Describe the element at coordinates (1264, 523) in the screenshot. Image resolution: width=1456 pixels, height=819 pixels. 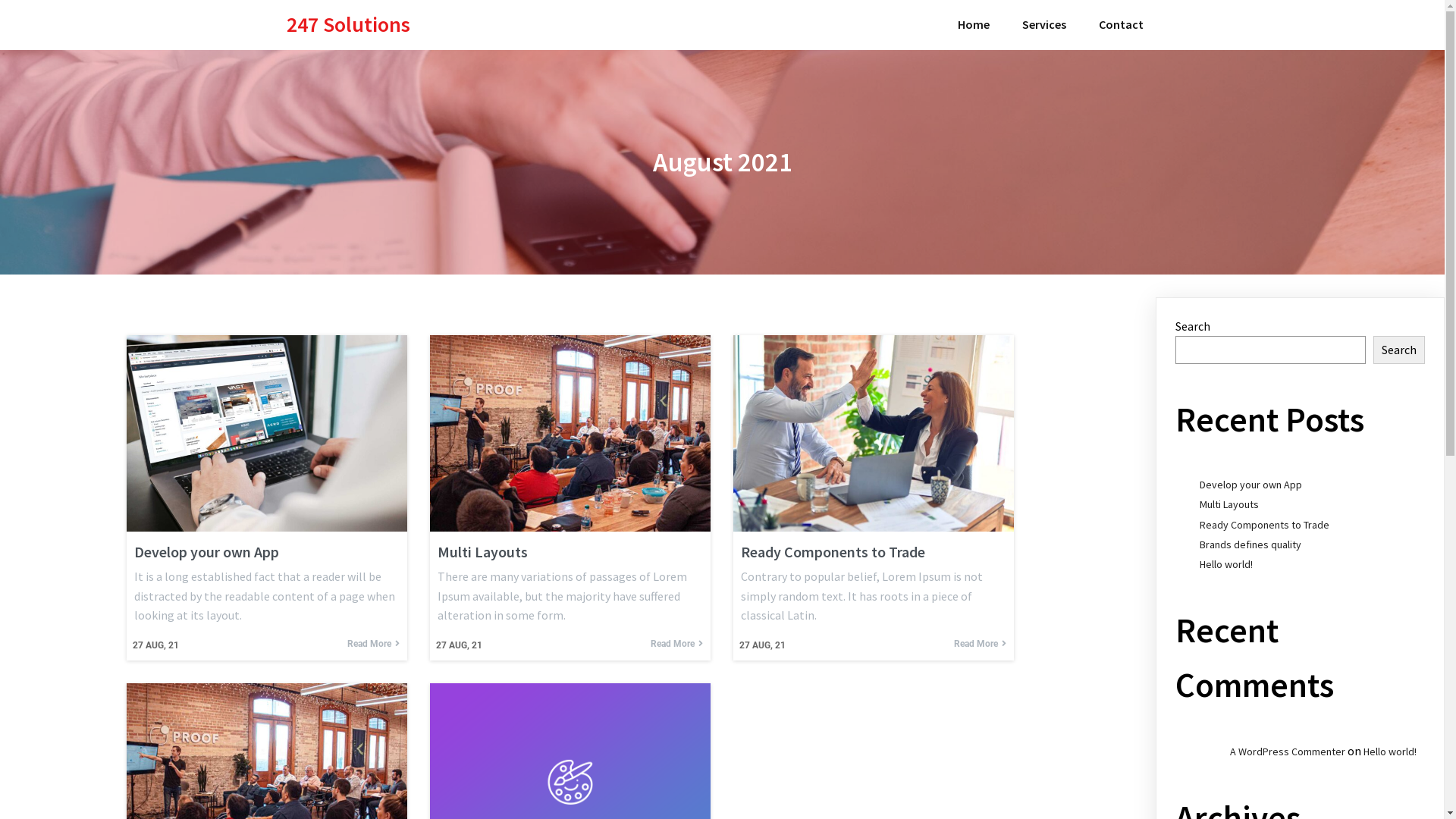
I see `'Ready Components to Trade'` at that location.